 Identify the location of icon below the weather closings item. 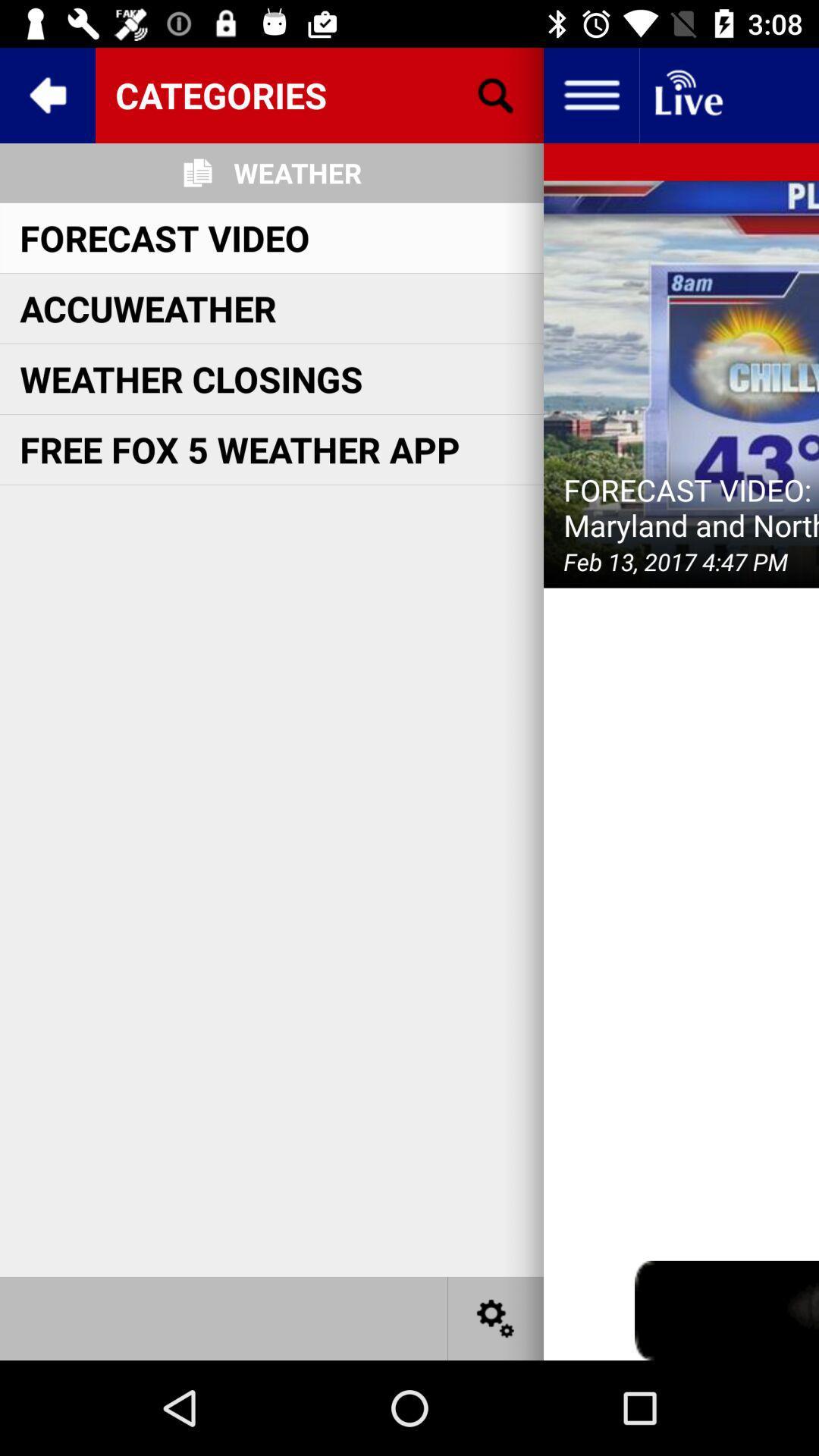
(239, 448).